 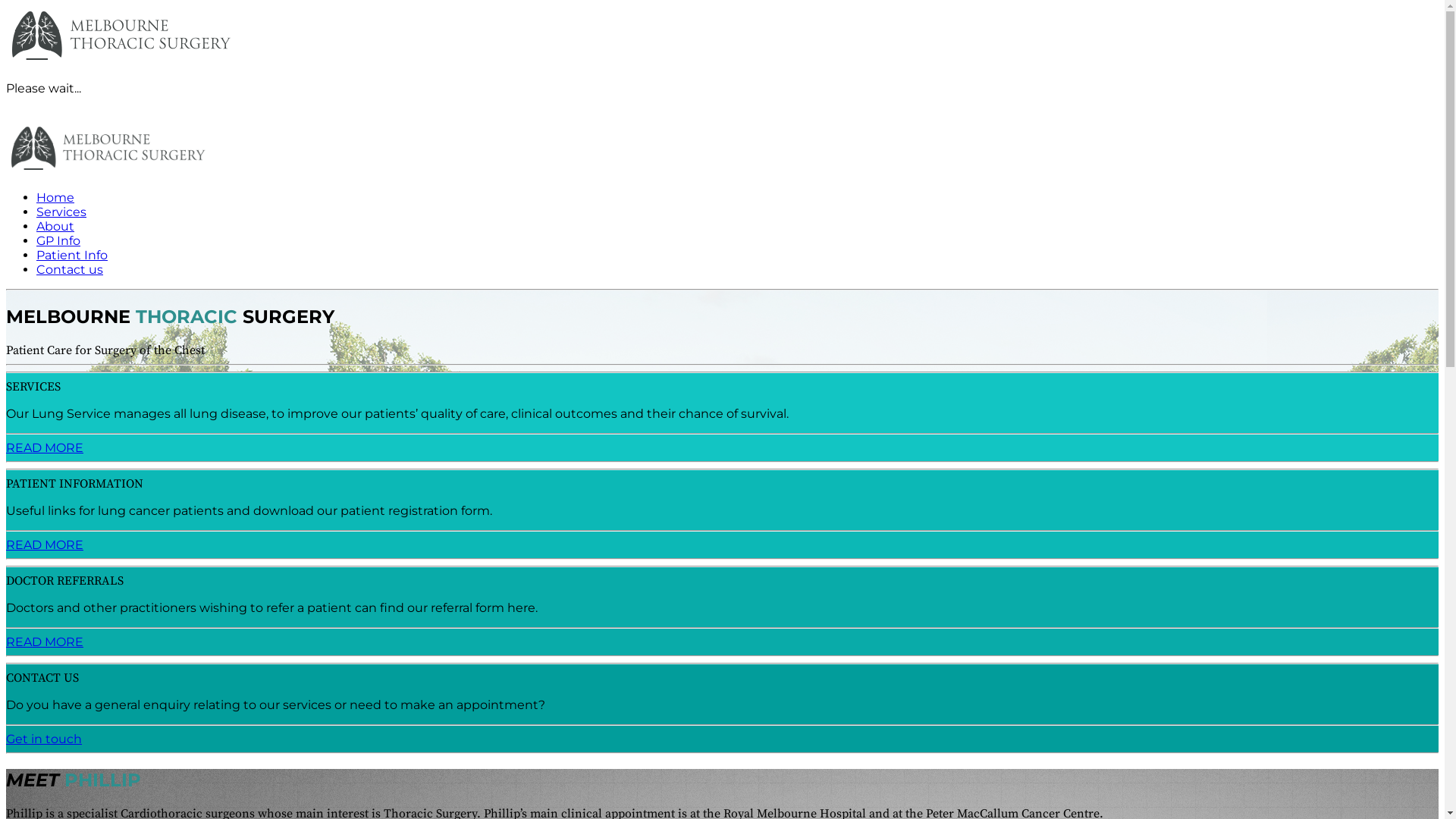 What do you see at coordinates (44, 544) in the screenshot?
I see `'READ MORE'` at bounding box center [44, 544].